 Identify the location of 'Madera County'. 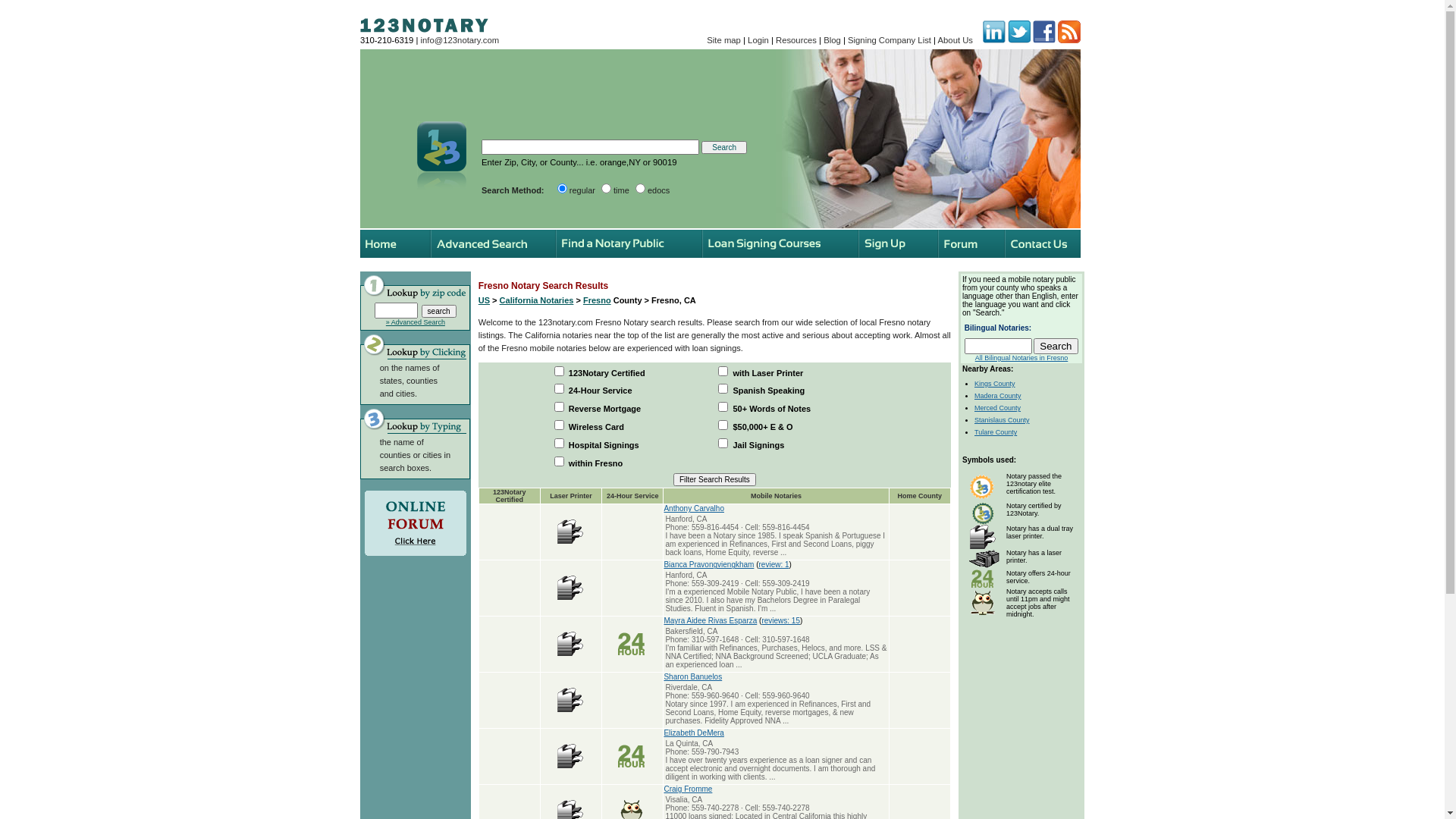
(997, 394).